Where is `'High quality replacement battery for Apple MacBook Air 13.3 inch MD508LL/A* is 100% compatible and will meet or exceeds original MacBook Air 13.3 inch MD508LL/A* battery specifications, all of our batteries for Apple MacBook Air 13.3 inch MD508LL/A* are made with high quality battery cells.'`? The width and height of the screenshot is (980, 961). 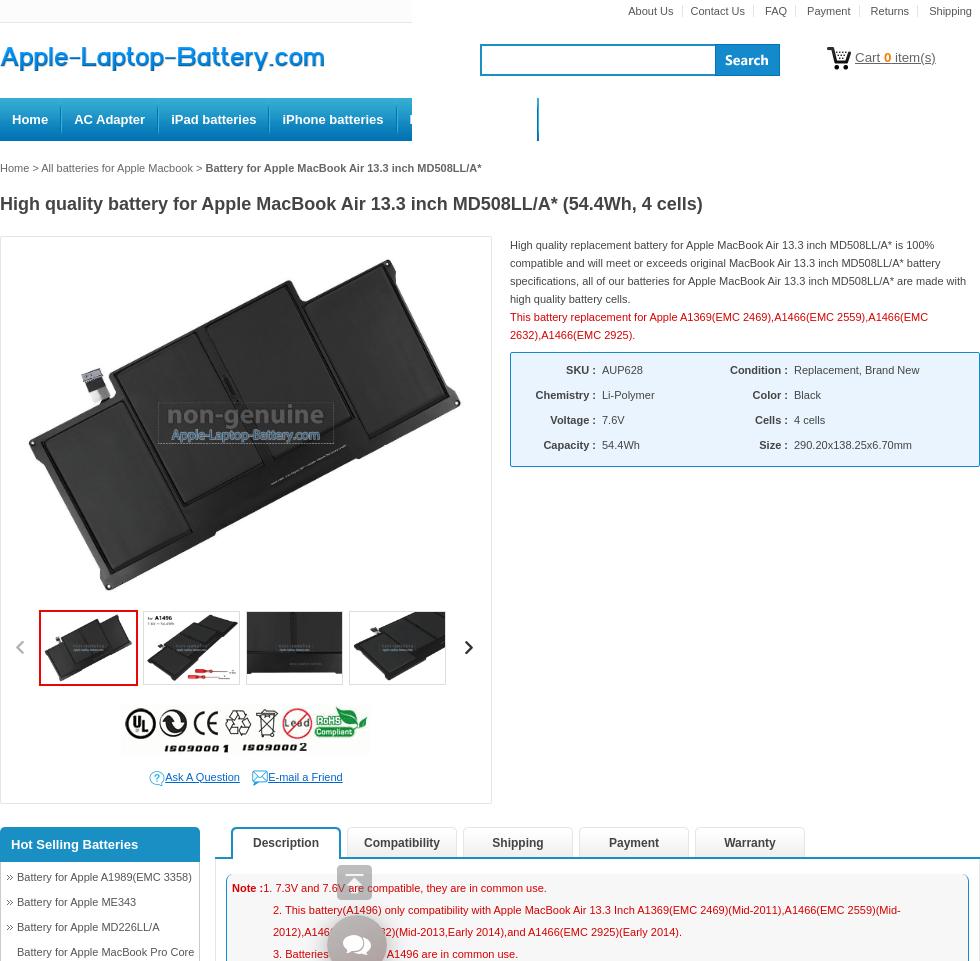
'High quality replacement battery for Apple MacBook Air 13.3 inch MD508LL/A* is 100% compatible and will meet or exceeds original MacBook Air 13.3 inch MD508LL/A* battery specifications, all of our batteries for Apple MacBook Air 13.3 inch MD508LL/A* are made with high quality battery cells.' is located at coordinates (738, 271).